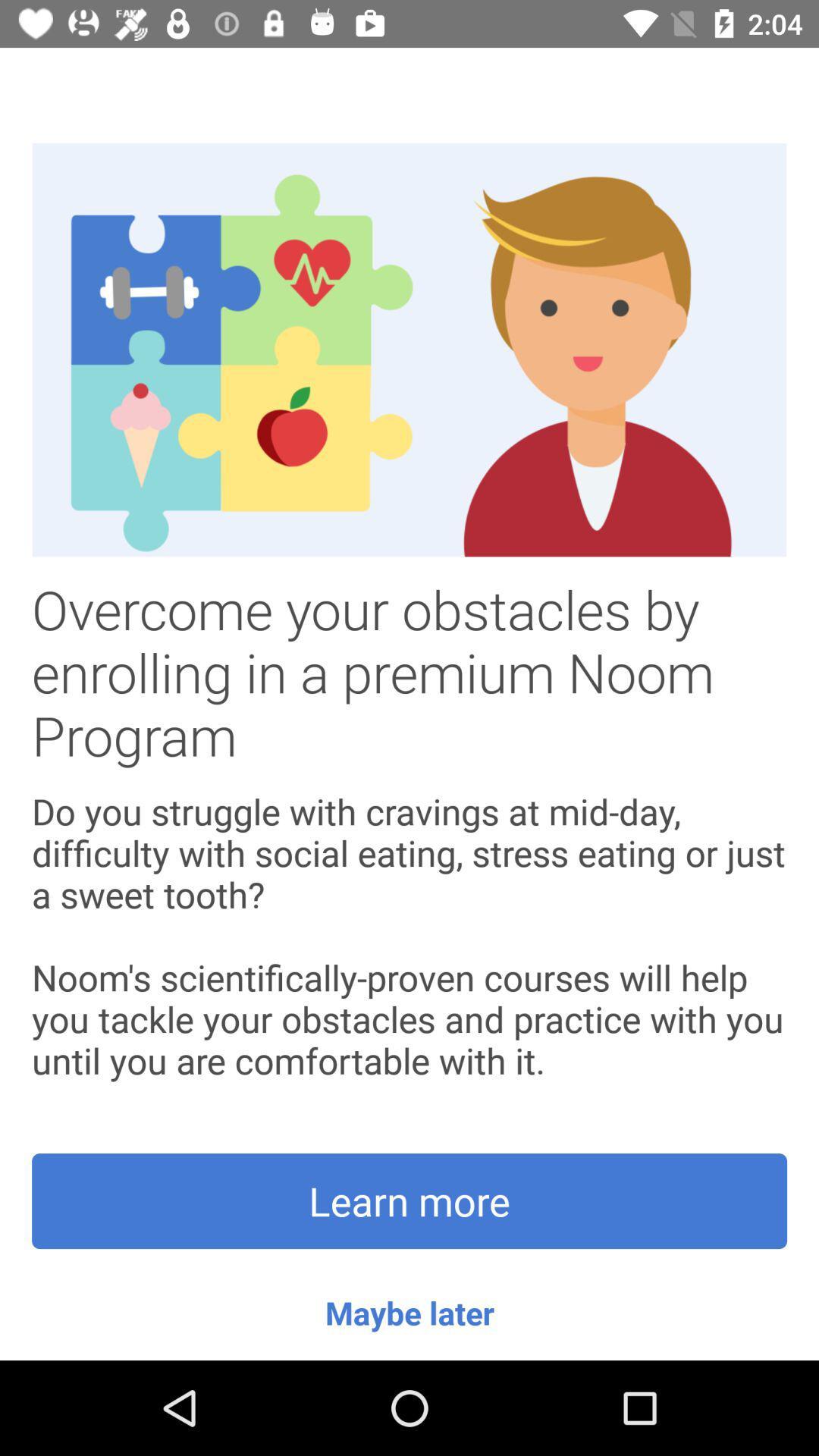  Describe the element at coordinates (409, 1200) in the screenshot. I see `learn more` at that location.